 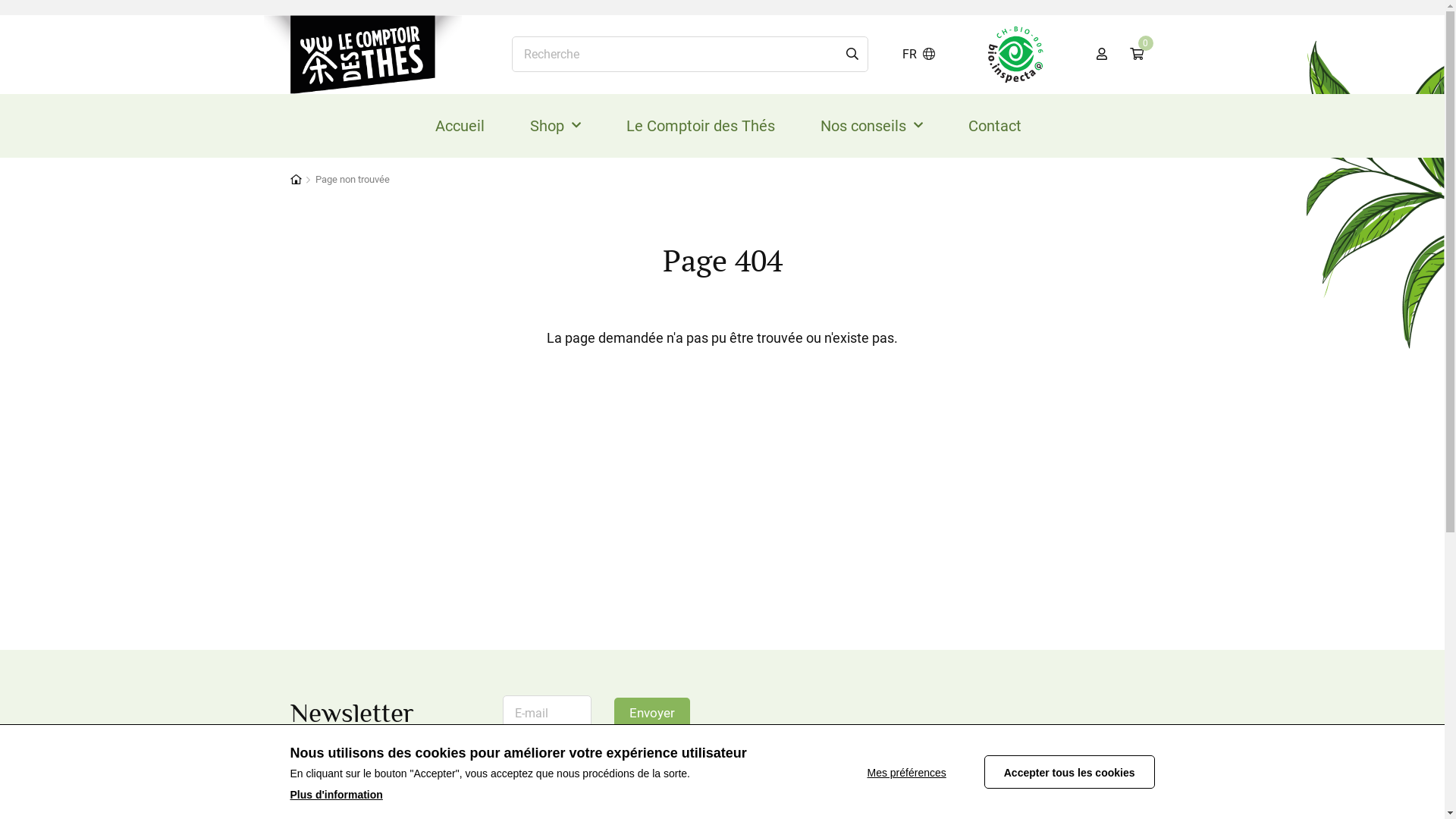 What do you see at coordinates (994, 124) in the screenshot?
I see `'Contact'` at bounding box center [994, 124].